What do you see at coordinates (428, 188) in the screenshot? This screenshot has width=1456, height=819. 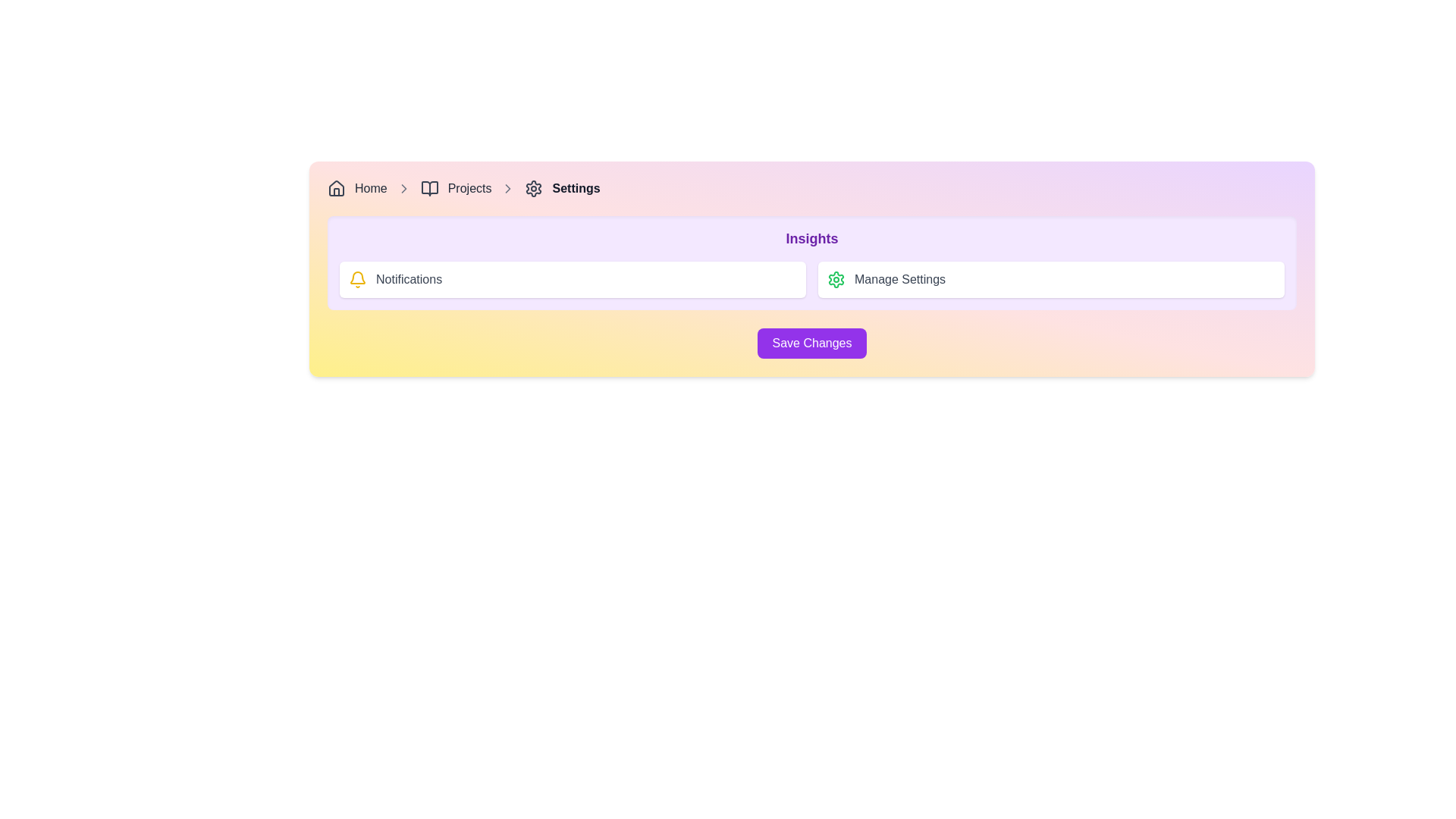 I see `the stylized book icon` at bounding box center [428, 188].